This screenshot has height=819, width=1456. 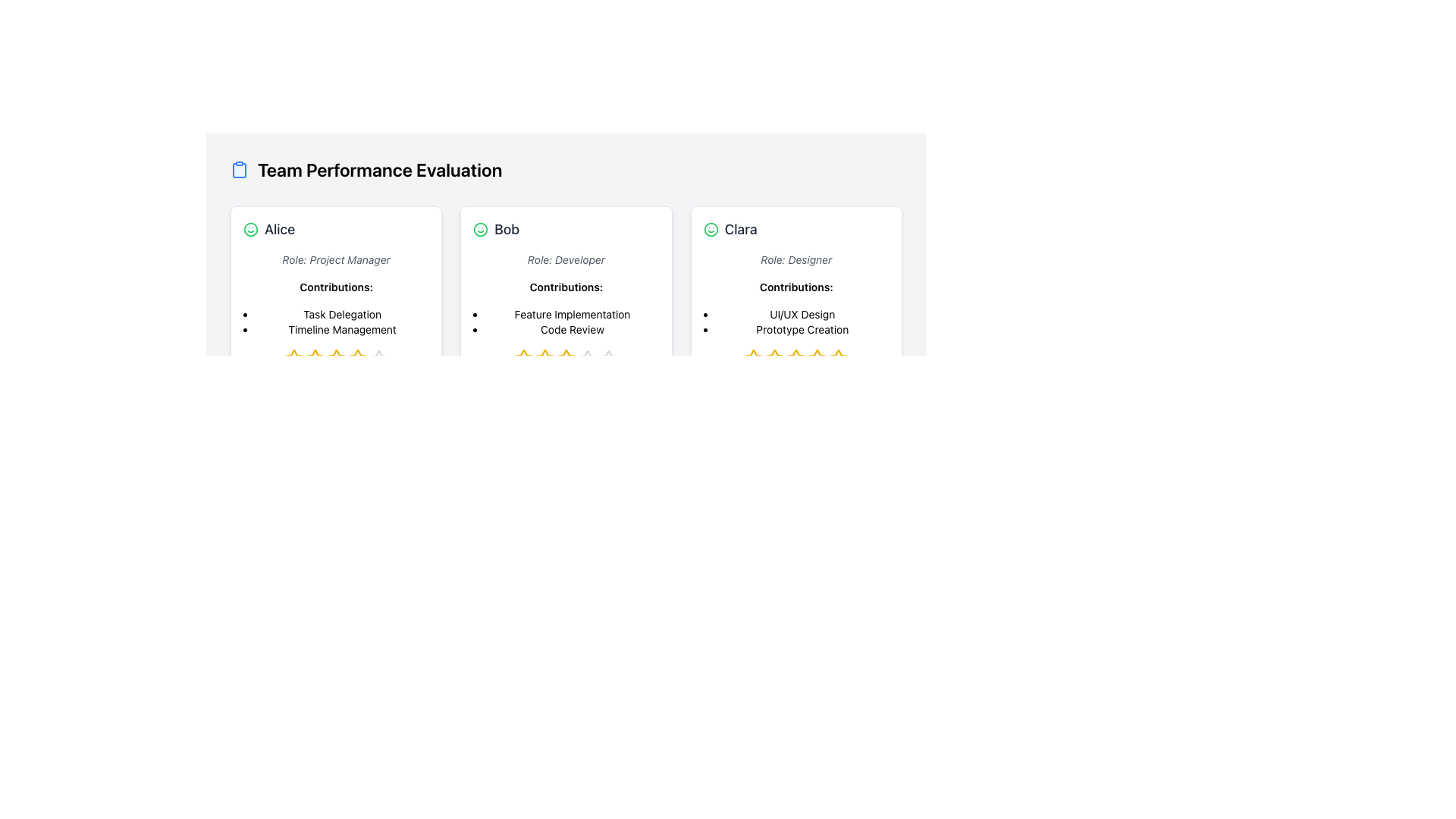 What do you see at coordinates (524, 359) in the screenshot?
I see `the second star icon in the horizontal rating bar on the card labeled 'Bob'` at bounding box center [524, 359].